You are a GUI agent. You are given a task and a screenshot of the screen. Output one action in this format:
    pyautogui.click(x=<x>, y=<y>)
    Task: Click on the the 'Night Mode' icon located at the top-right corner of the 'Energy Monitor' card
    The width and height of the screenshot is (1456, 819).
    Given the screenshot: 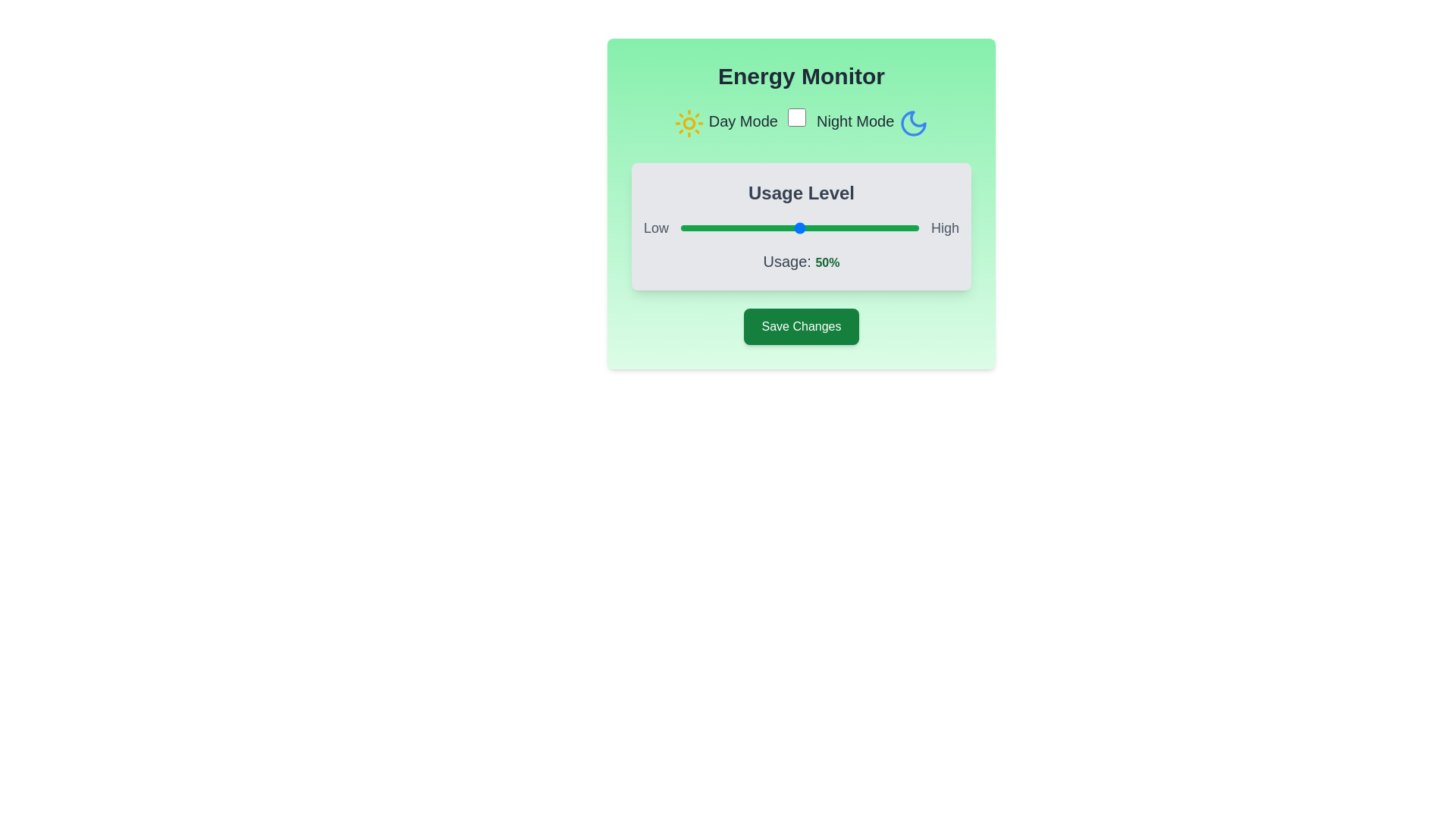 What is the action you would take?
    pyautogui.click(x=912, y=122)
    